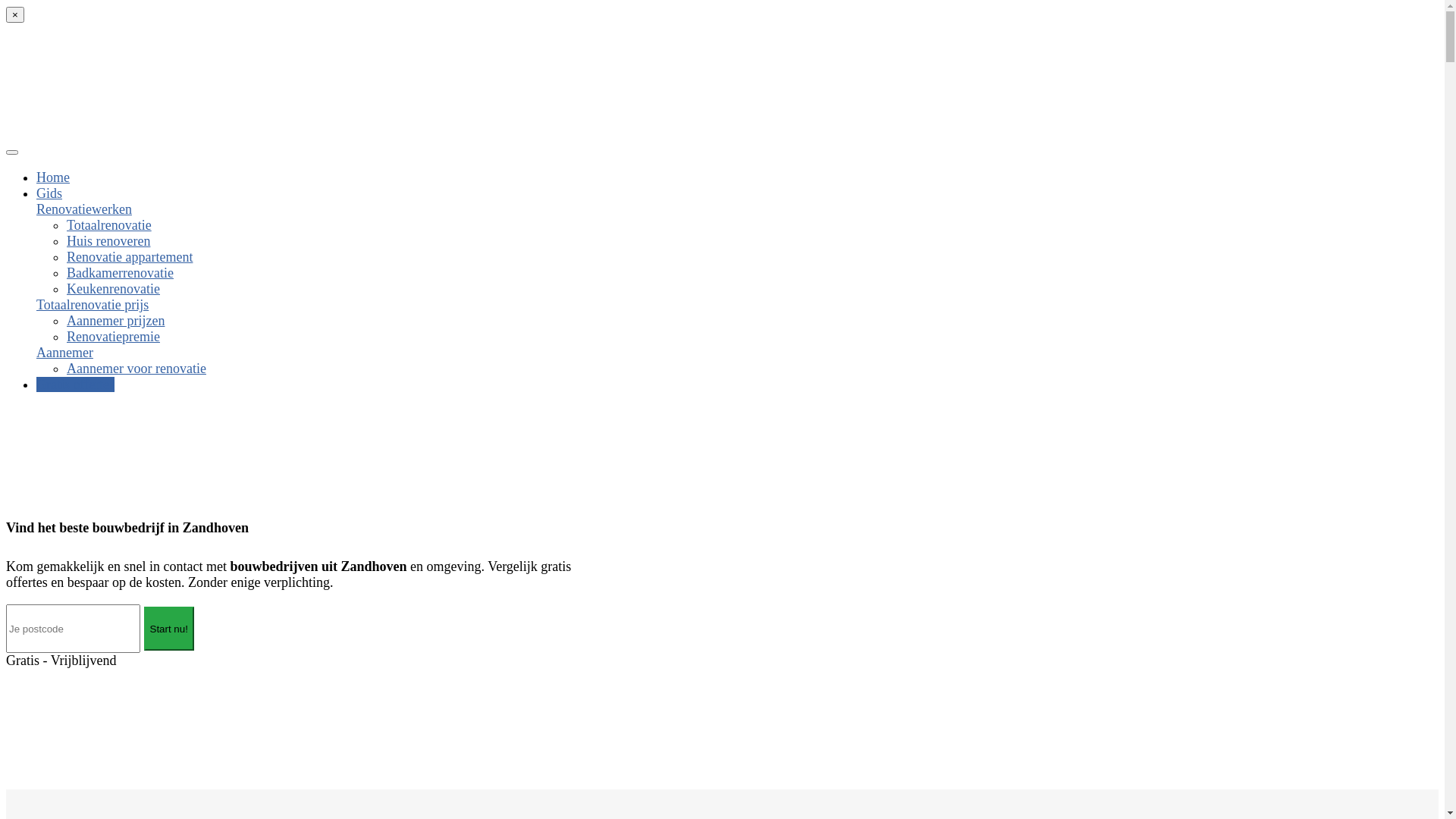 Image resolution: width=1456 pixels, height=819 pixels. Describe the element at coordinates (130, 256) in the screenshot. I see `'Renovatie appartement'` at that location.